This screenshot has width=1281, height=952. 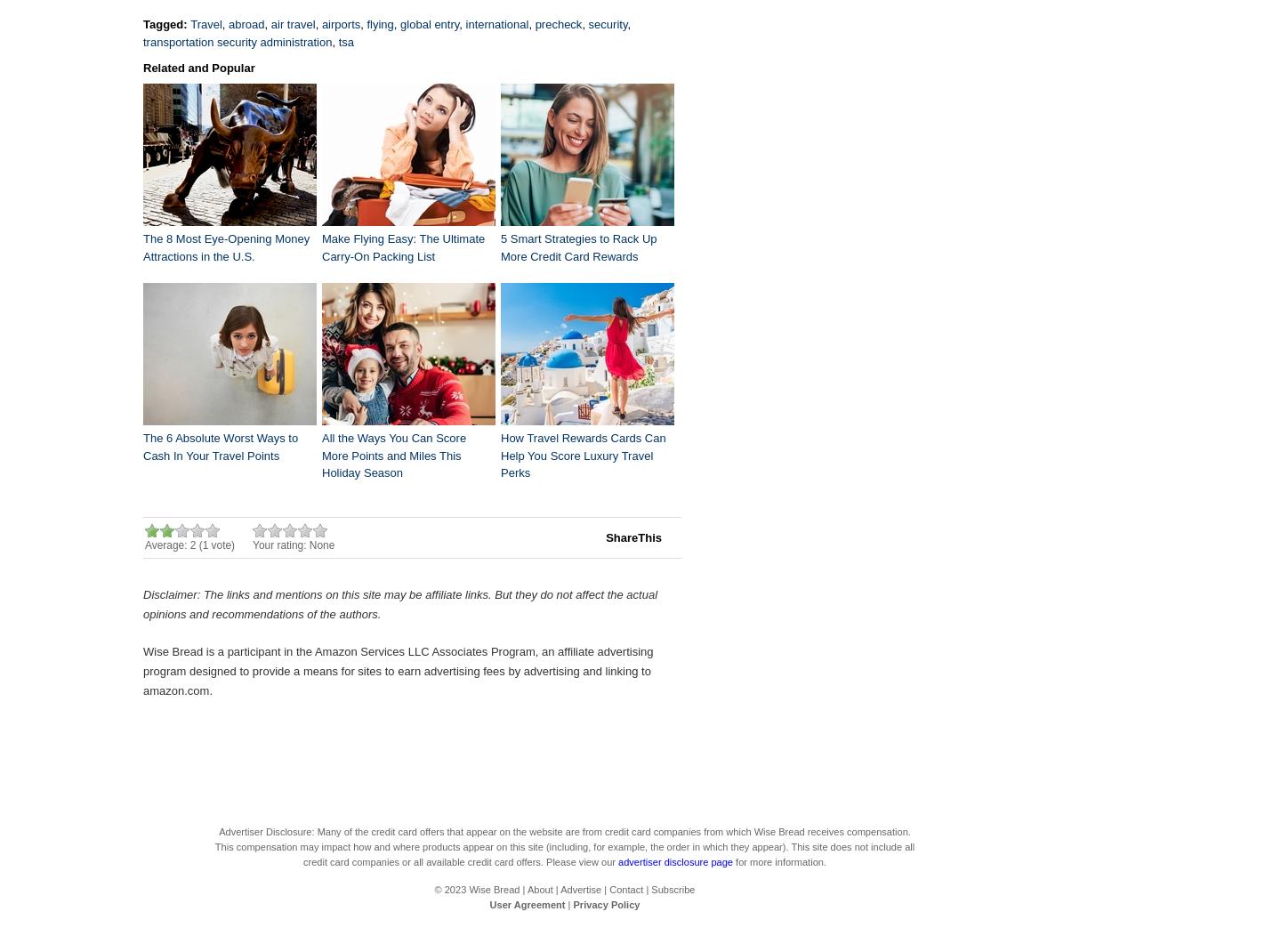 What do you see at coordinates (778, 860) in the screenshot?
I see `'for more information.'` at bounding box center [778, 860].